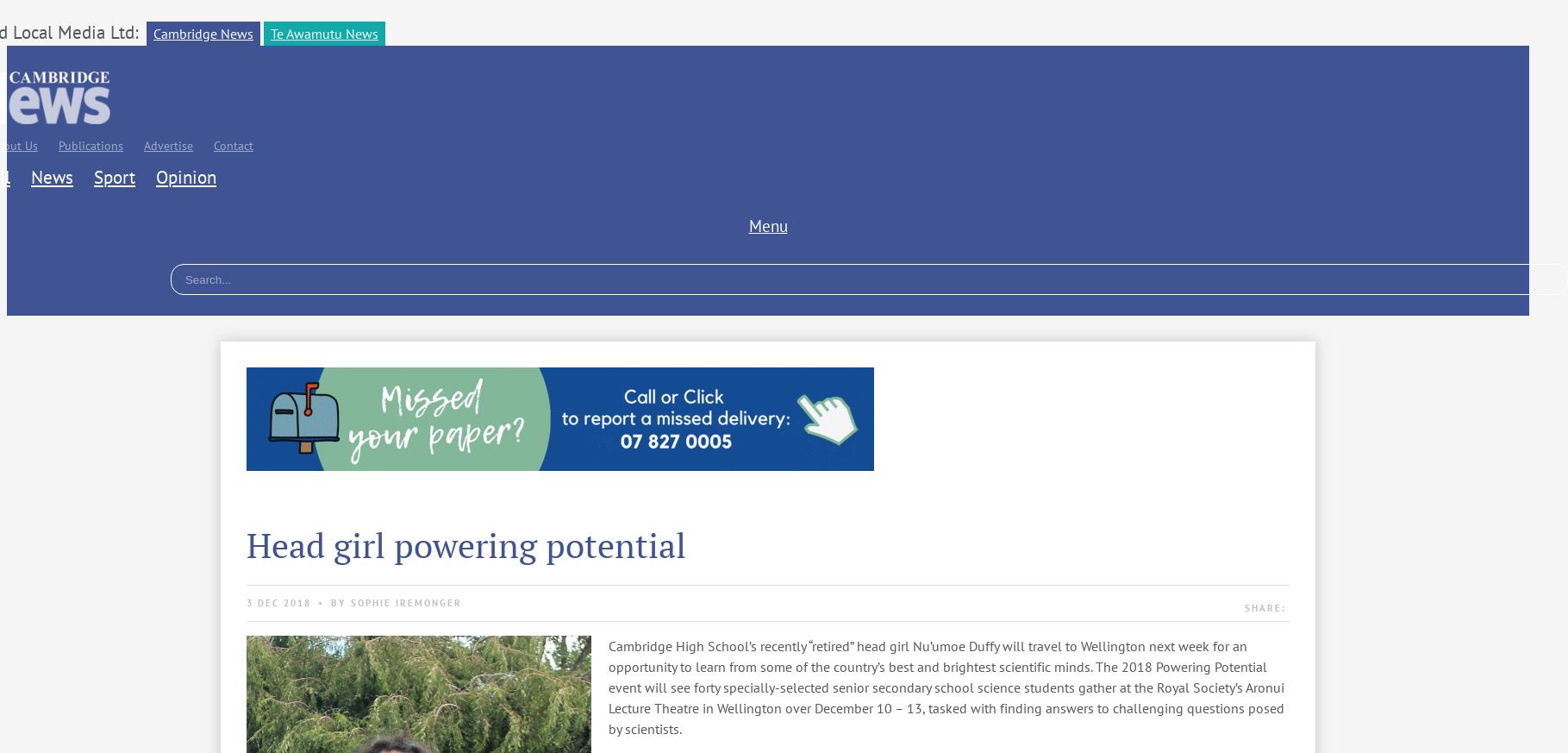  Describe the element at coordinates (767, 224) in the screenshot. I see `'Menu'` at that location.